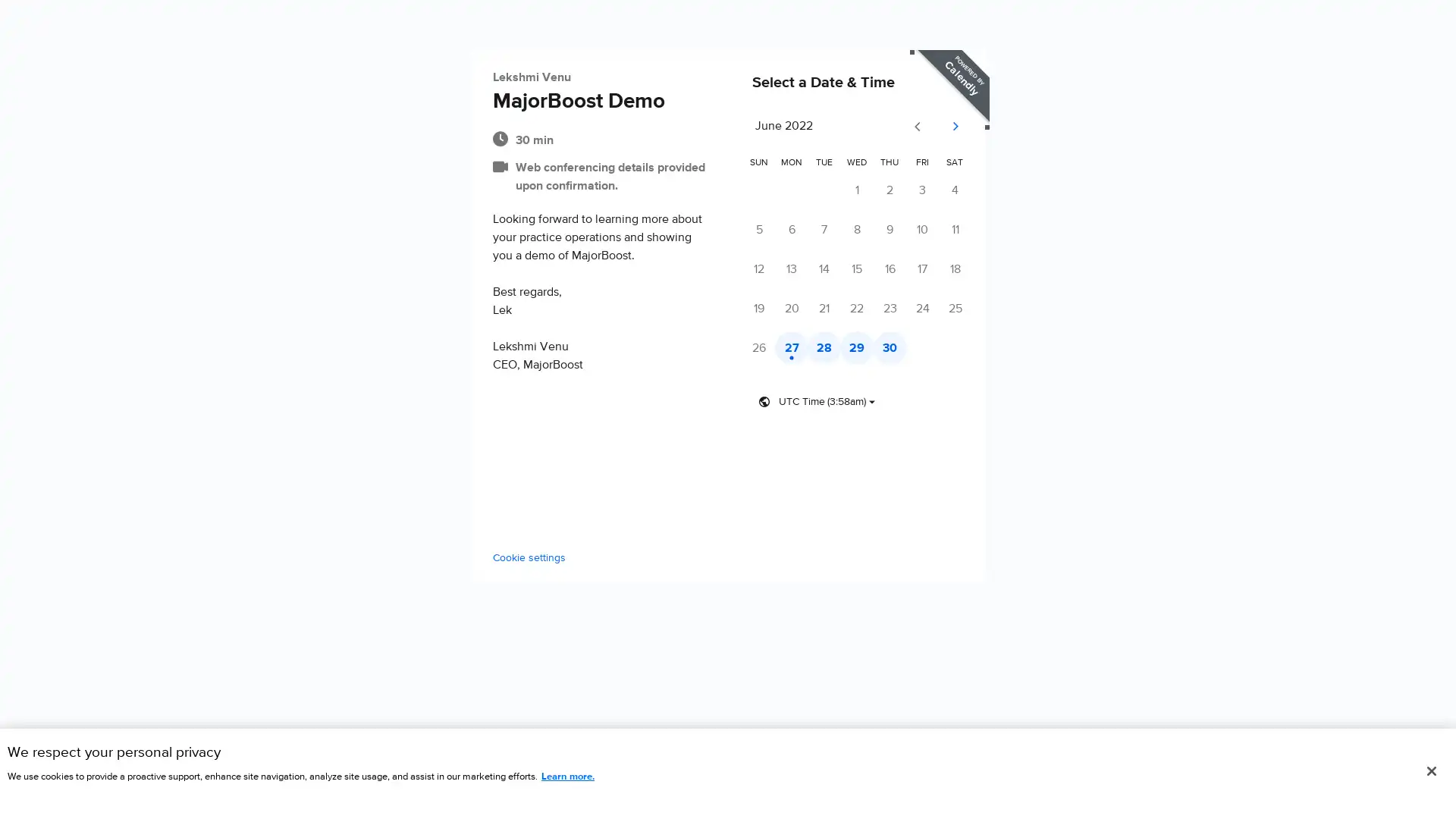 The height and width of the screenshot is (819, 1456). What do you see at coordinates (839, 268) in the screenshot?
I see `Tuesday, June 14 - No times available` at bounding box center [839, 268].